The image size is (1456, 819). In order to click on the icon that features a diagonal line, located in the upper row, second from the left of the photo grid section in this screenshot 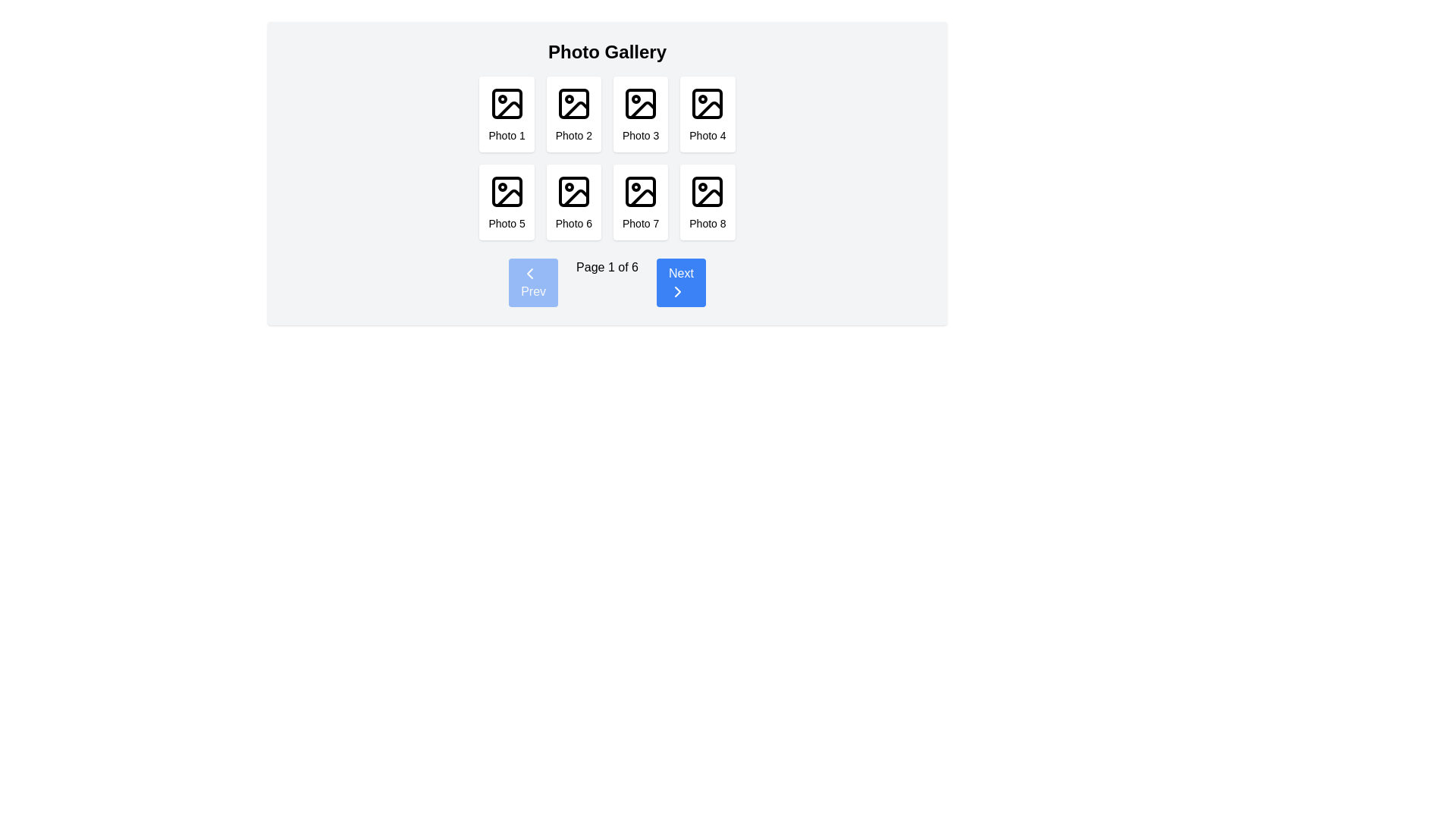, I will do `click(575, 109)`.